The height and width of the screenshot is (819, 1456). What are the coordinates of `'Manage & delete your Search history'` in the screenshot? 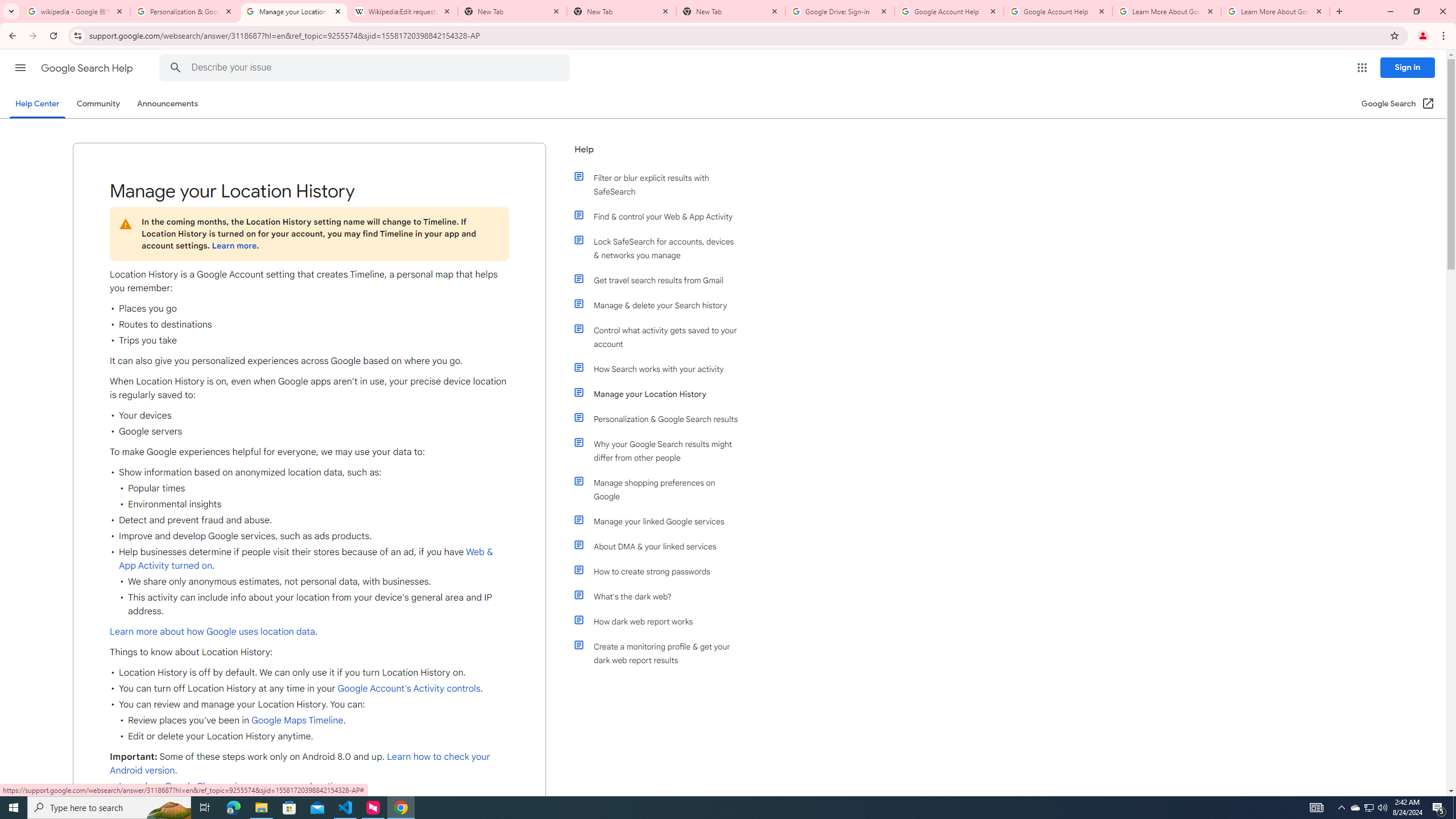 It's located at (661, 305).